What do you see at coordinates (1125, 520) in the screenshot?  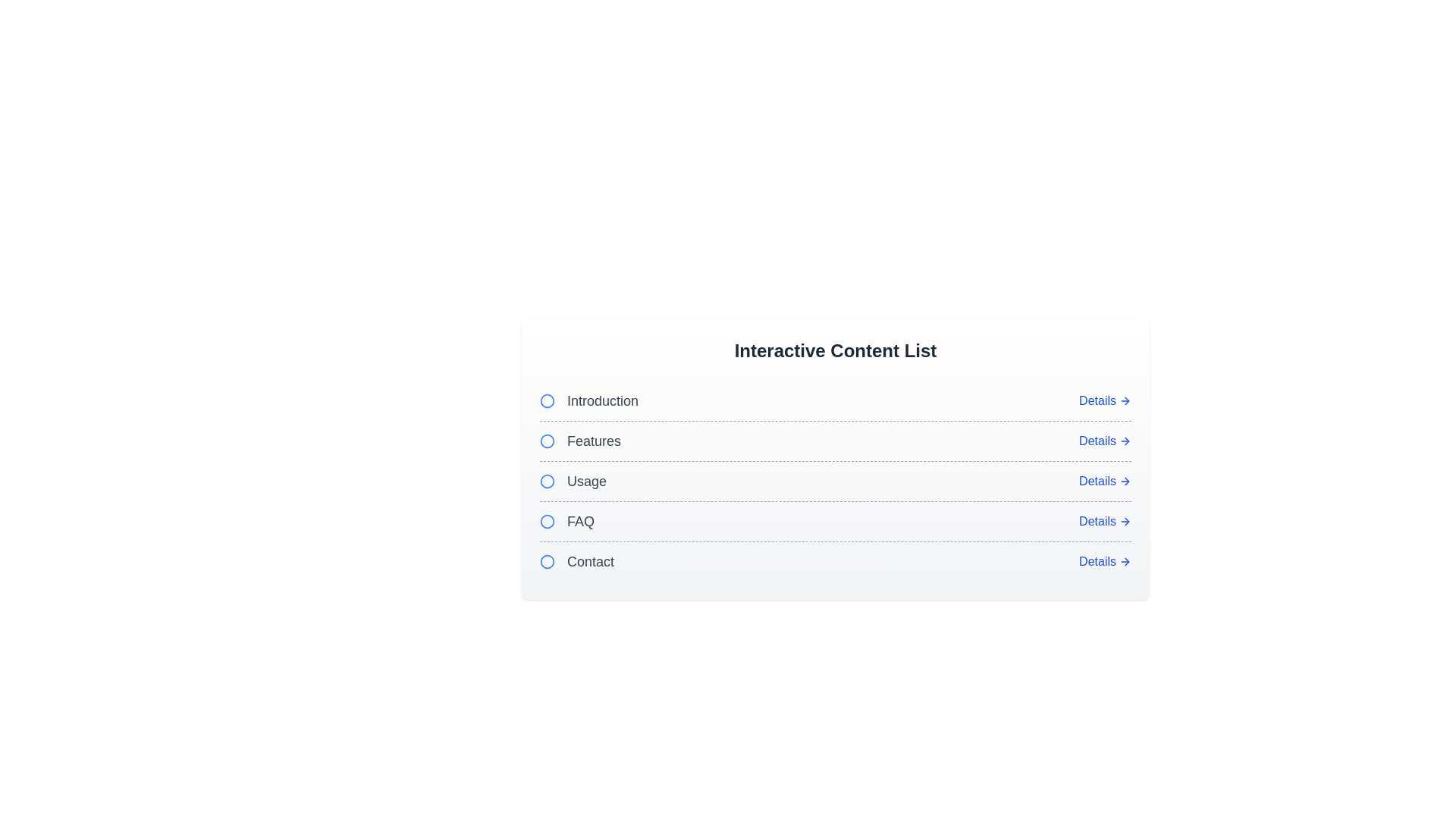 I see `the arrow icon located to the far right of the 'FAQ' row in the list of interactive items` at bounding box center [1125, 520].